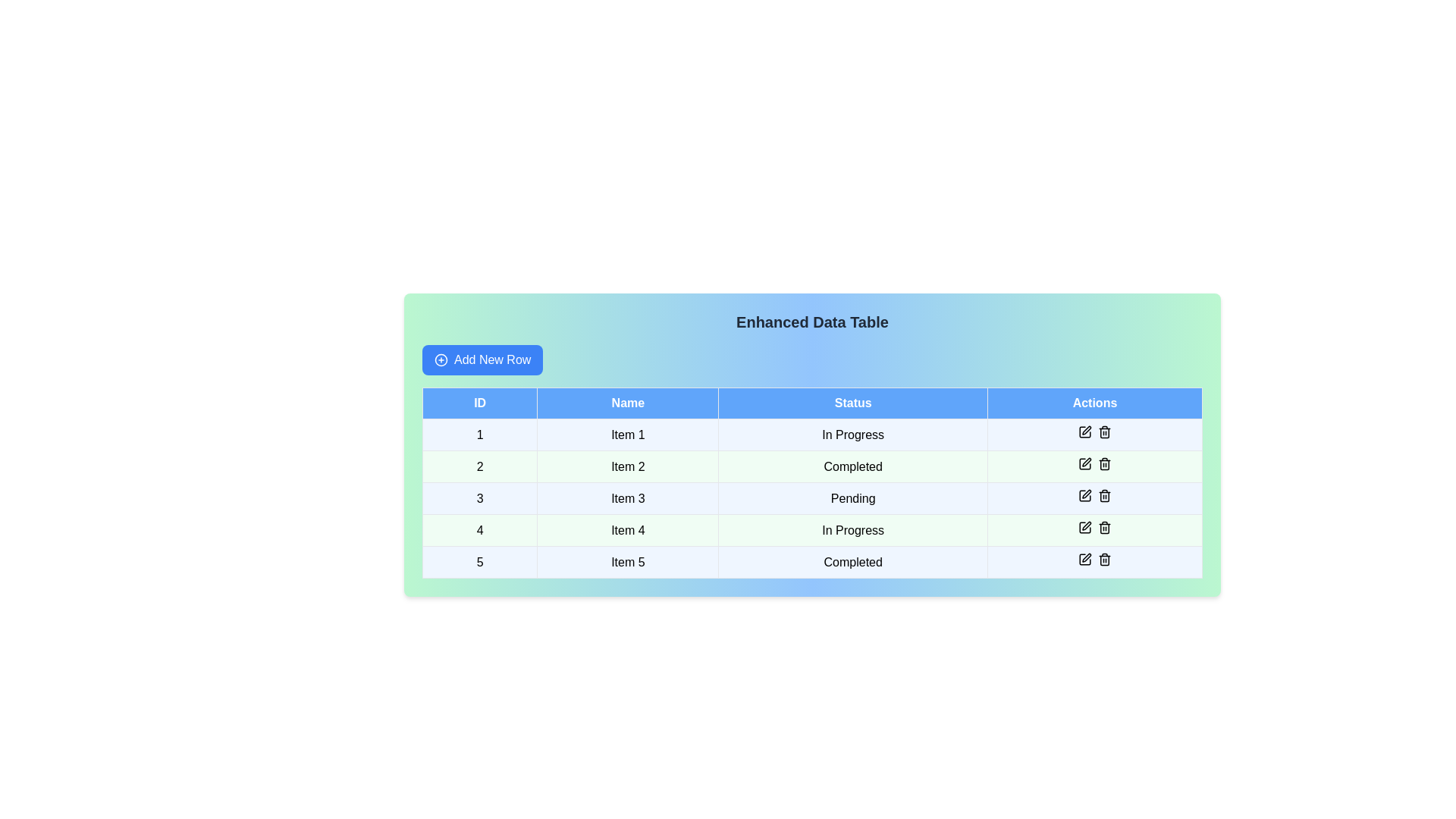  I want to click on the second row of the data table representing 'Item 2', so click(811, 466).